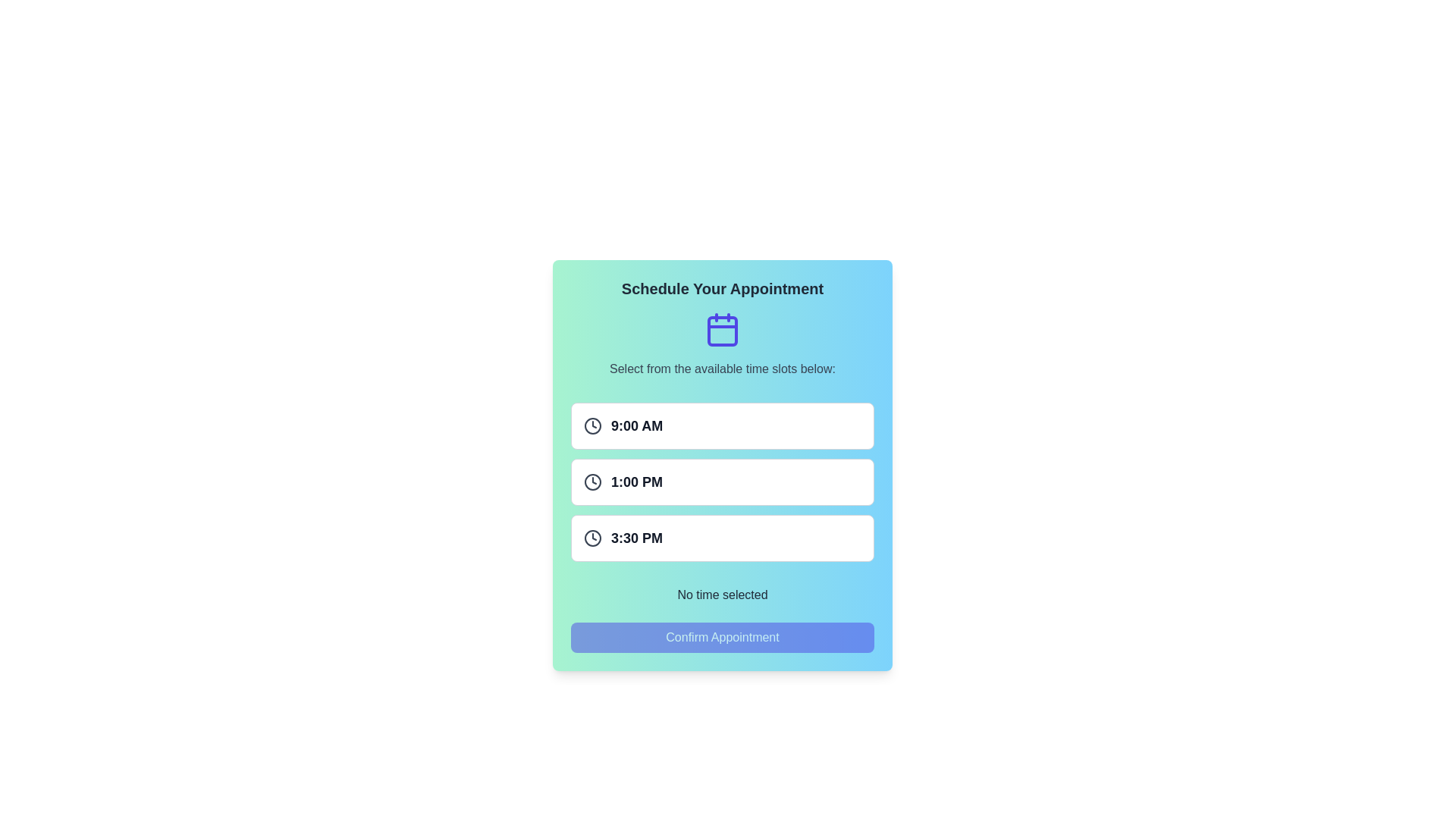 The image size is (1456, 819). What do you see at coordinates (637, 482) in the screenshot?
I see `the text label displaying '1:00 PM', which is styled in bold and dark gray, located on the second line of the time slot list` at bounding box center [637, 482].